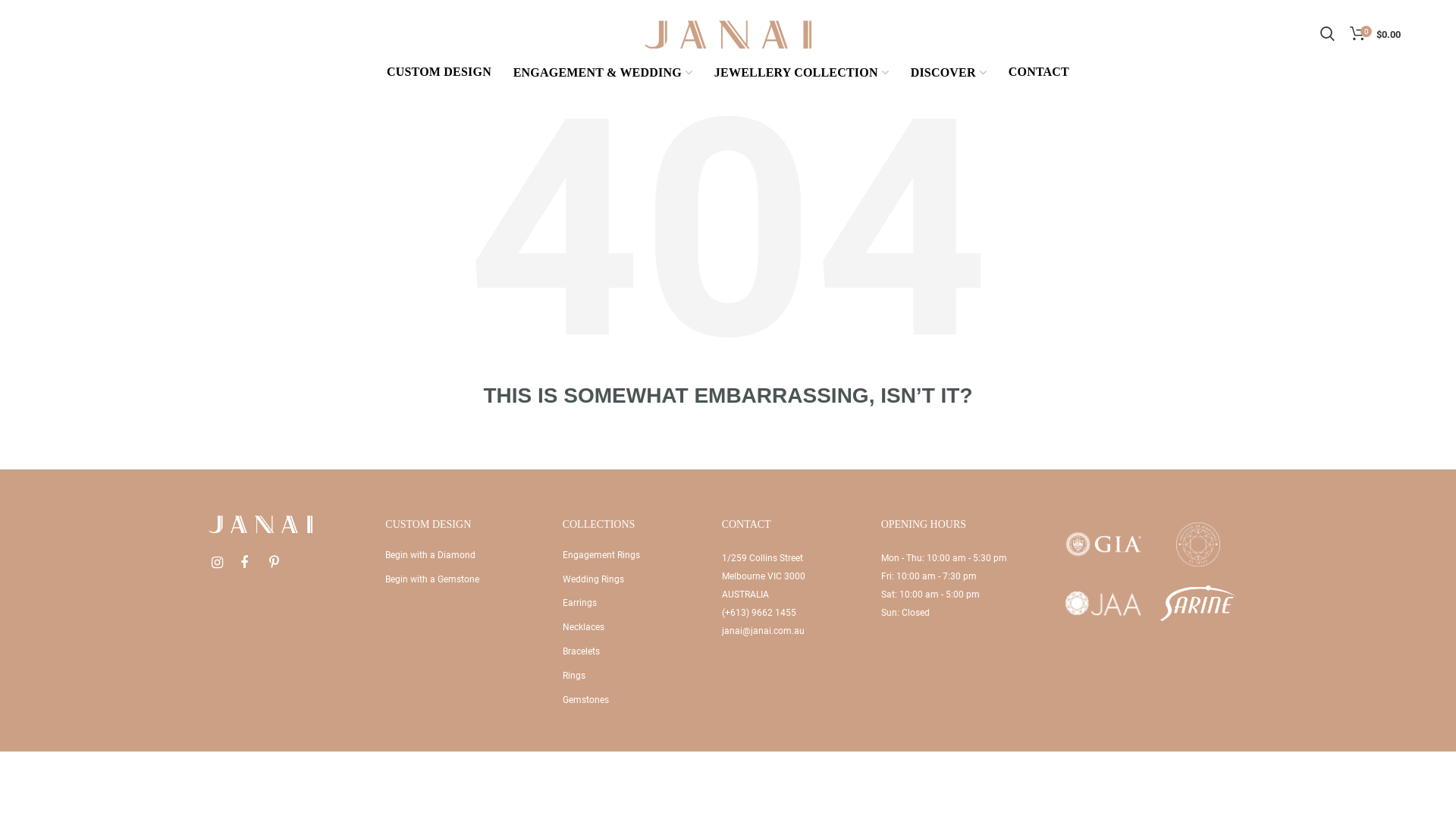 The height and width of the screenshot is (819, 1456). What do you see at coordinates (1375, 34) in the screenshot?
I see `'0` at bounding box center [1375, 34].